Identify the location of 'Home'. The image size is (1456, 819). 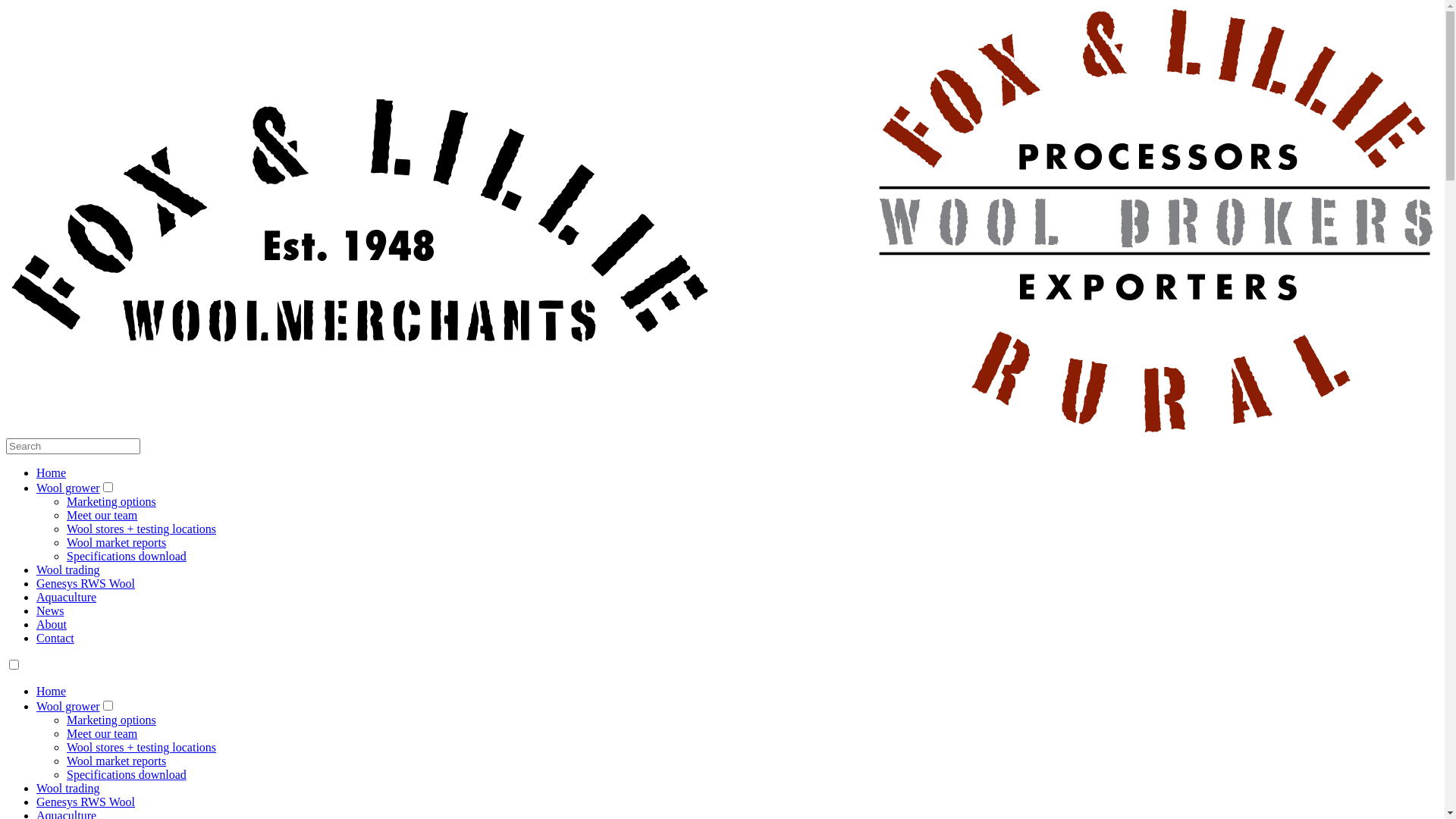
(36, 472).